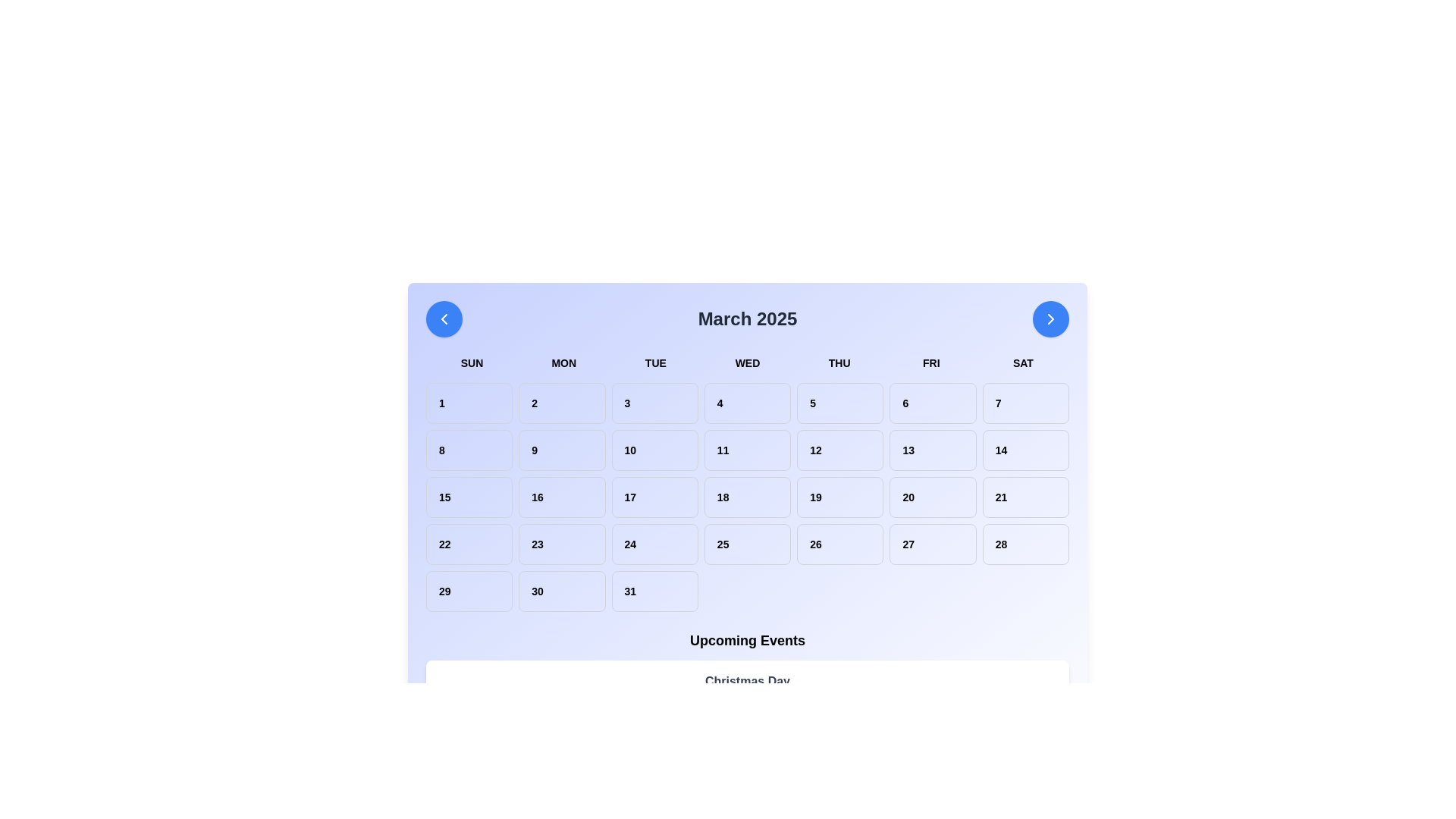  Describe the element at coordinates (839, 403) in the screenshot. I see `the button representing Thursday in the calendar grid` at that location.